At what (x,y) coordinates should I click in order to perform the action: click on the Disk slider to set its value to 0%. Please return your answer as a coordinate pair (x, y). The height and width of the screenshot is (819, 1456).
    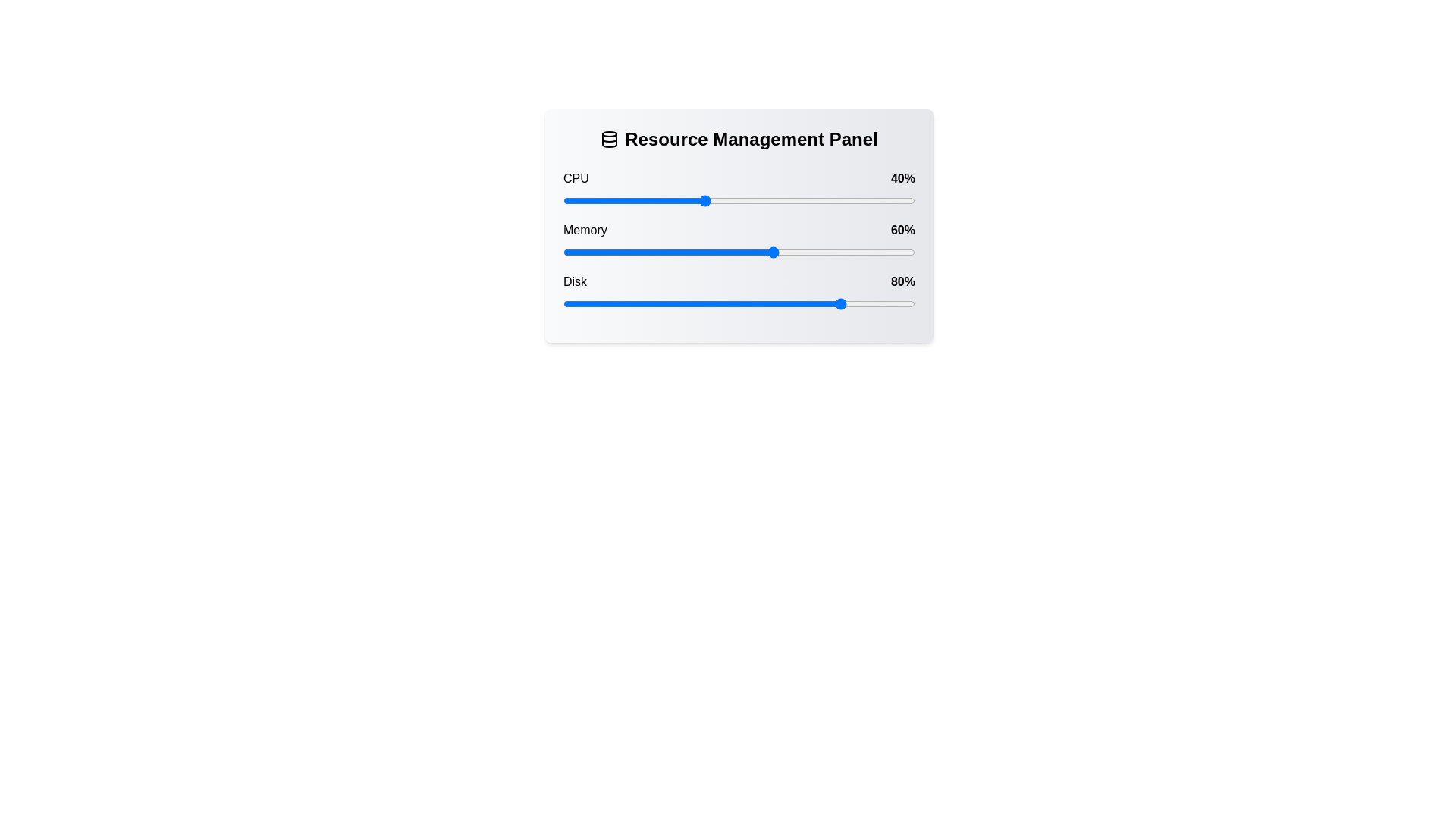
    Looking at the image, I should click on (563, 304).